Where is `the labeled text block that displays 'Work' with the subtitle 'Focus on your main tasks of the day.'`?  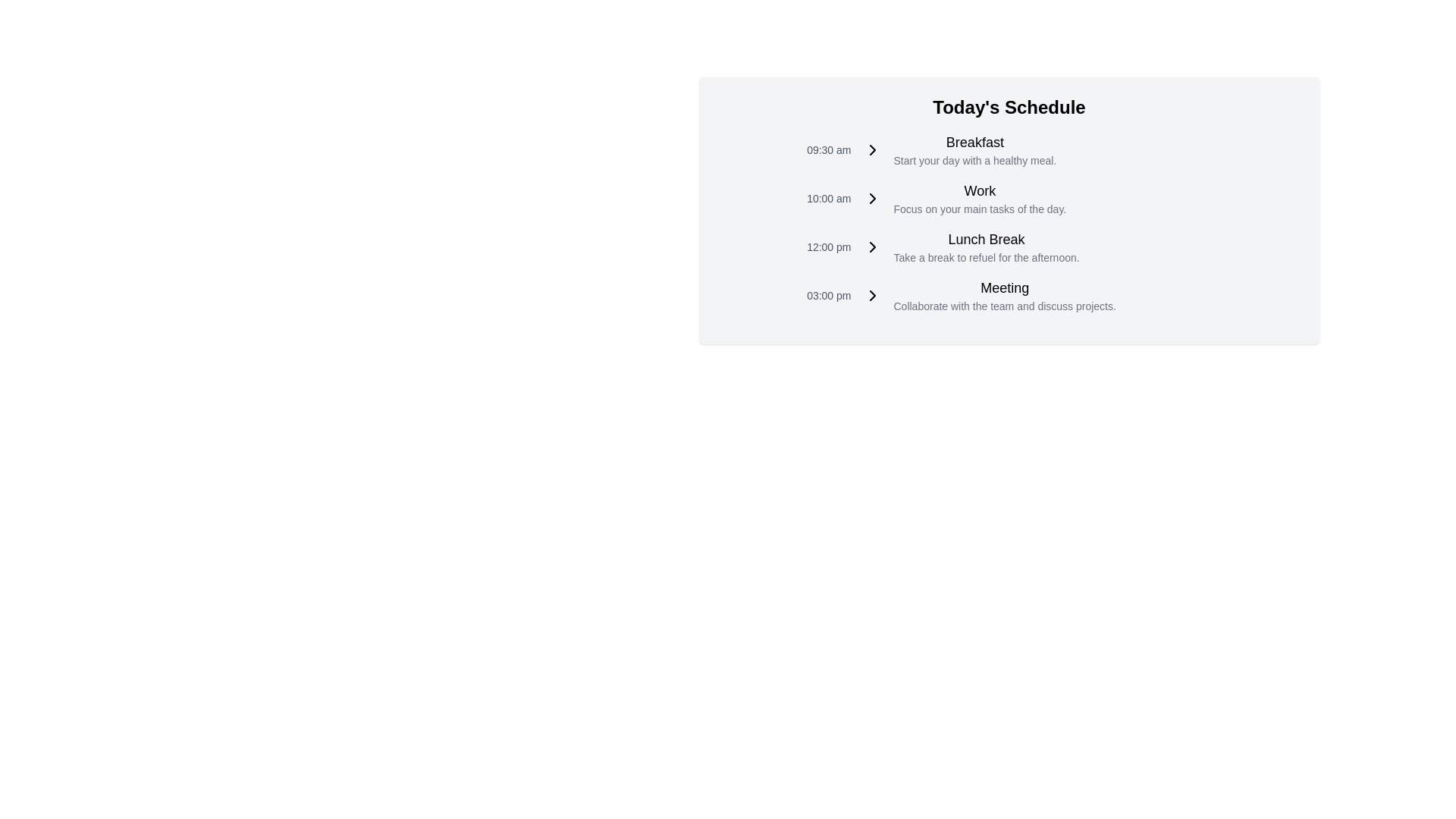 the labeled text block that displays 'Work' with the subtitle 'Focus on your main tasks of the day.' is located at coordinates (974, 198).